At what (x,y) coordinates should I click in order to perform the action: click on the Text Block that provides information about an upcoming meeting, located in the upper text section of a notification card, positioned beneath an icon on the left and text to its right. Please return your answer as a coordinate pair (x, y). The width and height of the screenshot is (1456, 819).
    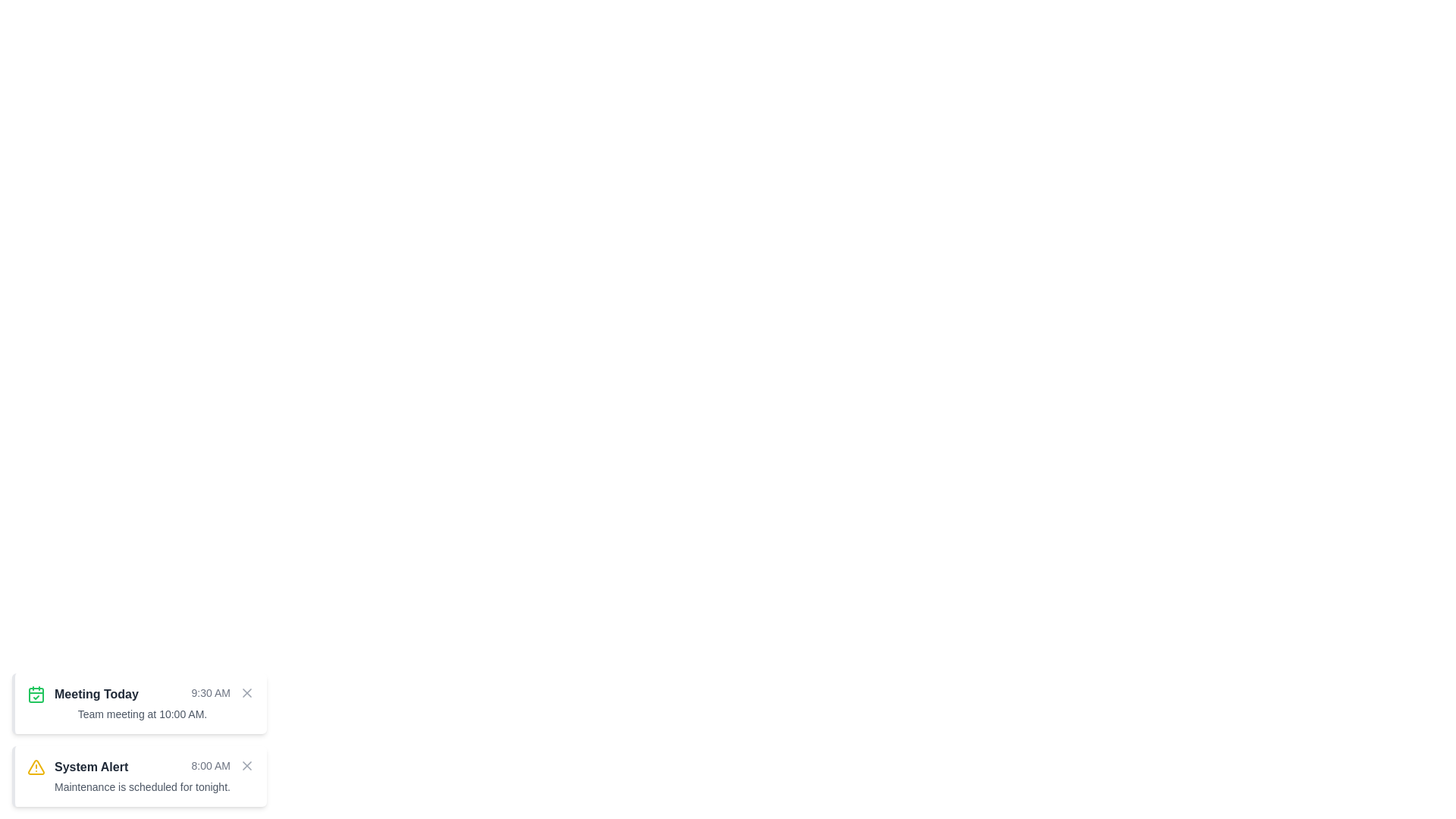
    Looking at the image, I should click on (142, 704).